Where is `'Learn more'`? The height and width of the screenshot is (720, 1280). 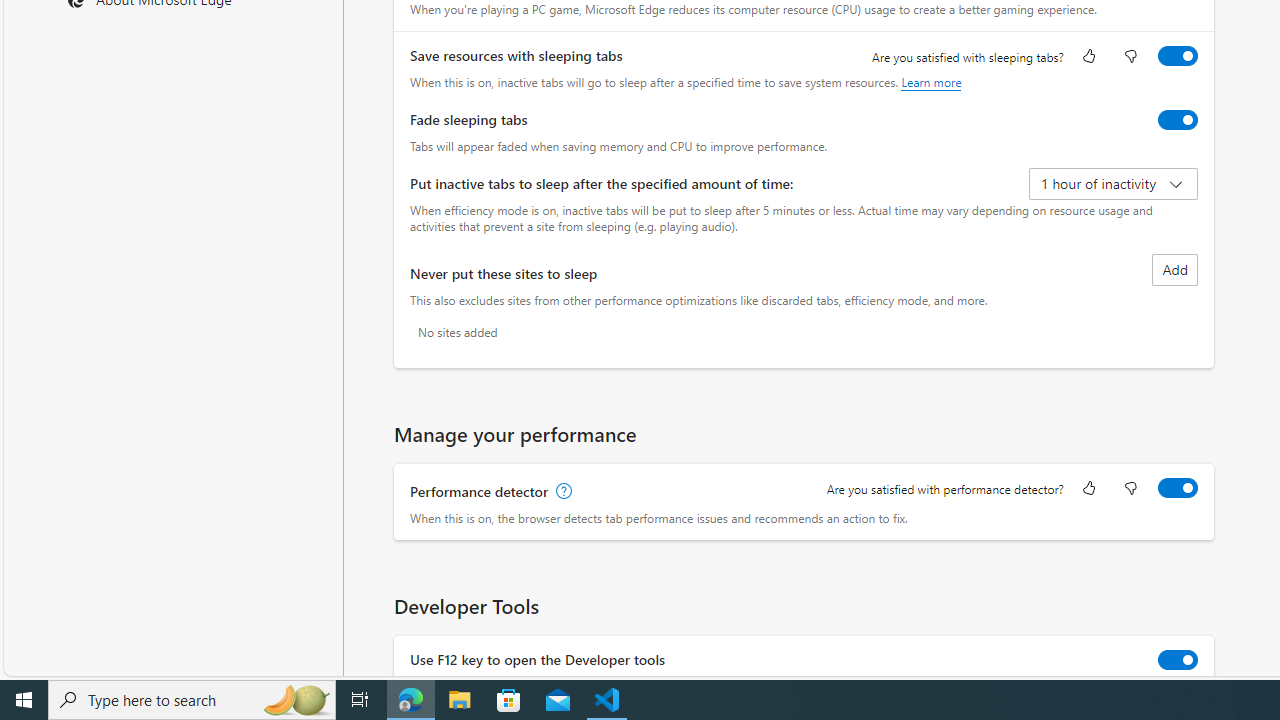
'Learn more' is located at coordinates (930, 81).